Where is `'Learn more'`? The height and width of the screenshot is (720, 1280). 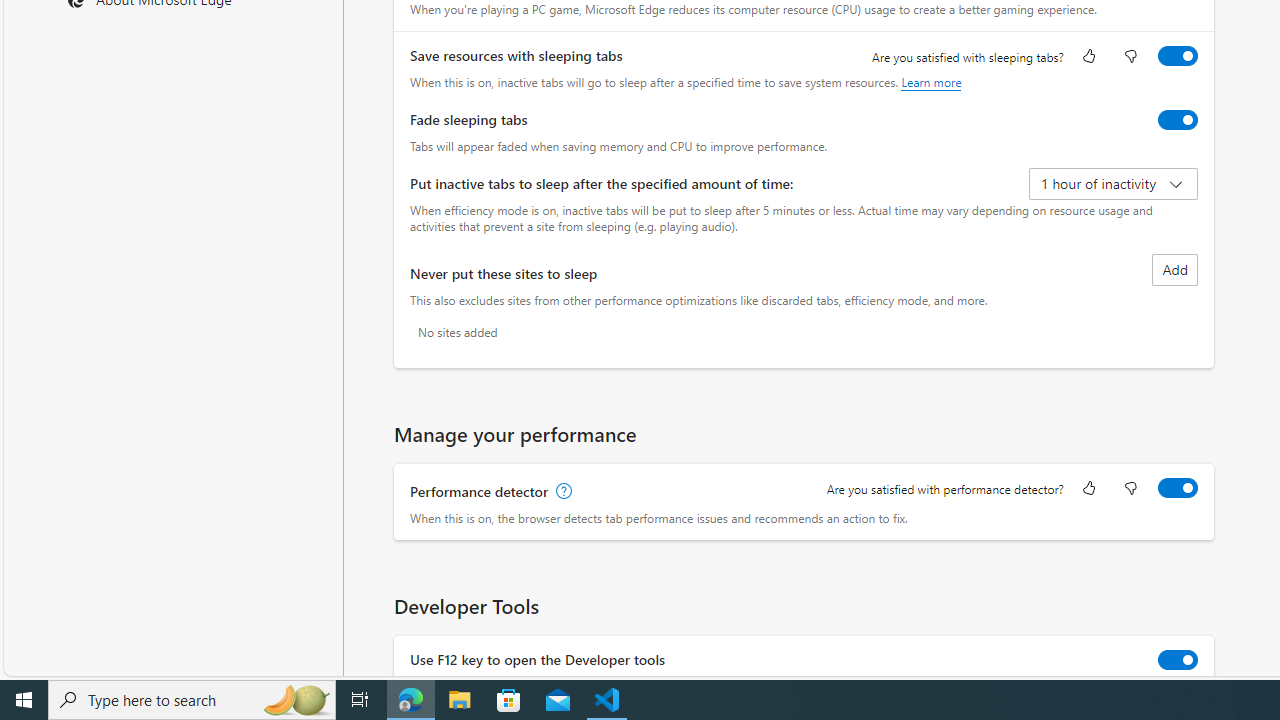
'Learn more' is located at coordinates (930, 81).